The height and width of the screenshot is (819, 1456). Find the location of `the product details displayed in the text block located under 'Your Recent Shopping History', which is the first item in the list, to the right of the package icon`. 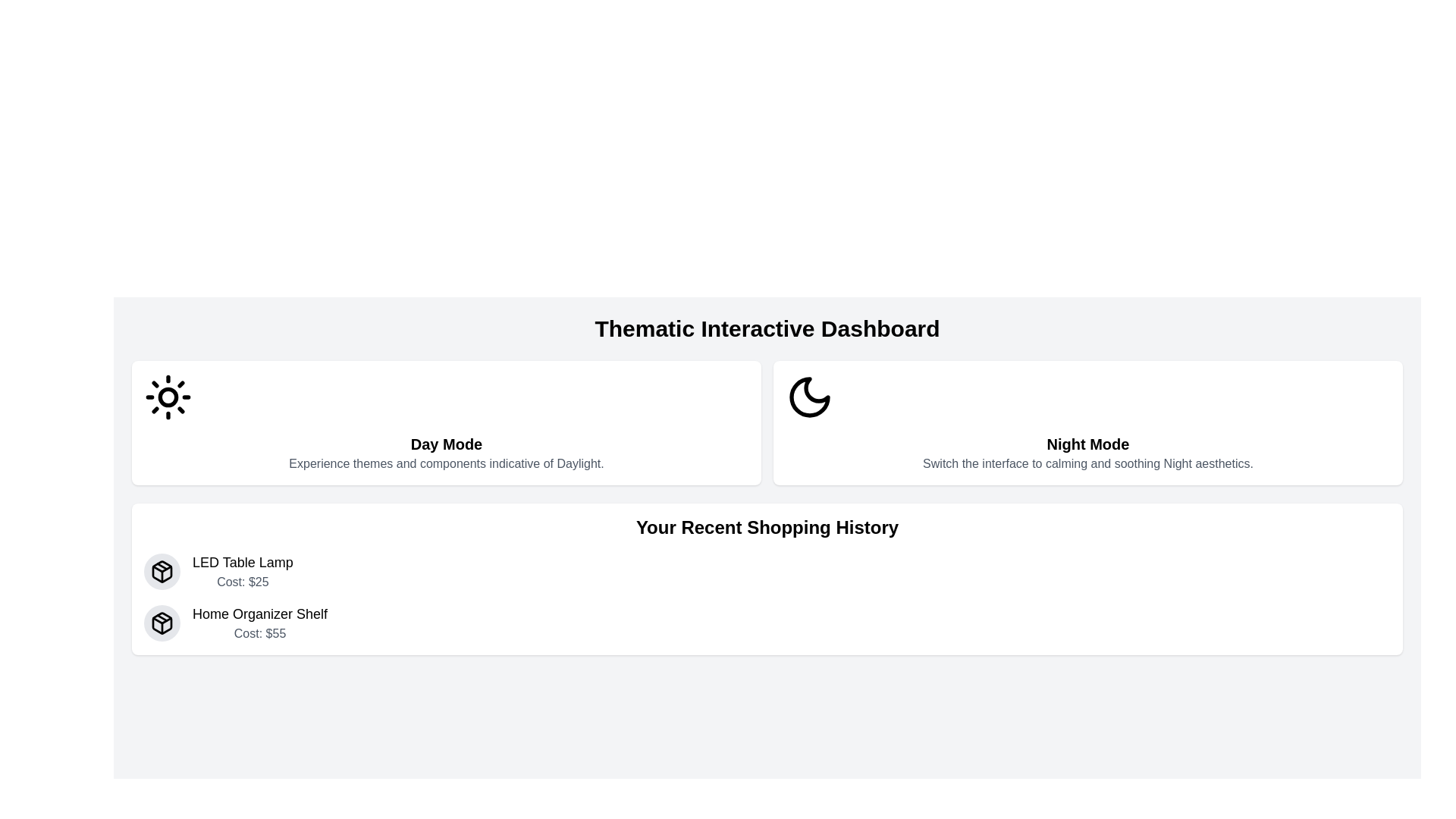

the product details displayed in the text block located under 'Your Recent Shopping History', which is the first item in the list, to the right of the package icon is located at coordinates (243, 571).